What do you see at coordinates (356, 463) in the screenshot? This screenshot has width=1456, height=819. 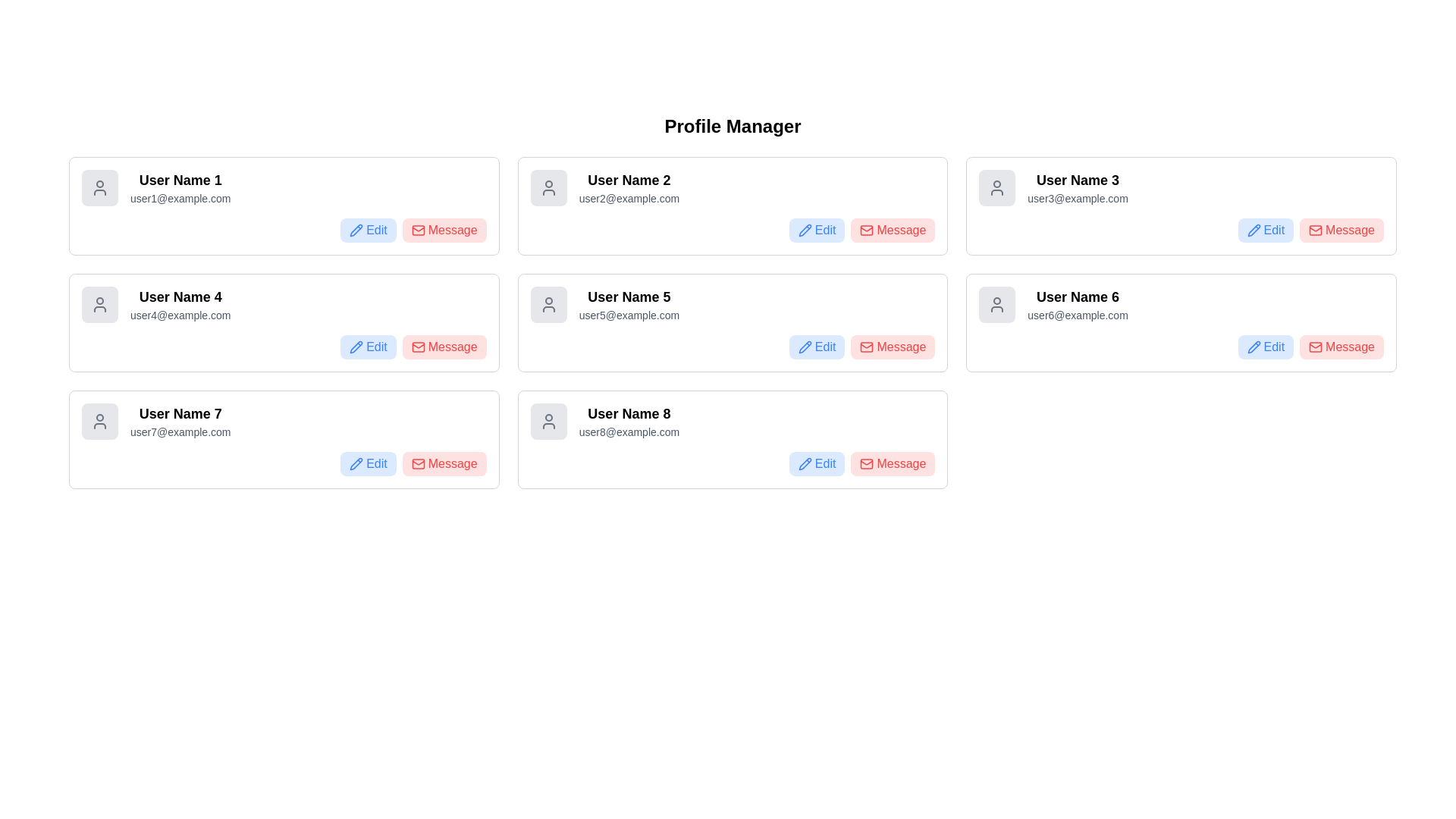 I see `the blue pen icon within the 'Edit' button next to 'User Name 7' to initiate the editing process` at bounding box center [356, 463].